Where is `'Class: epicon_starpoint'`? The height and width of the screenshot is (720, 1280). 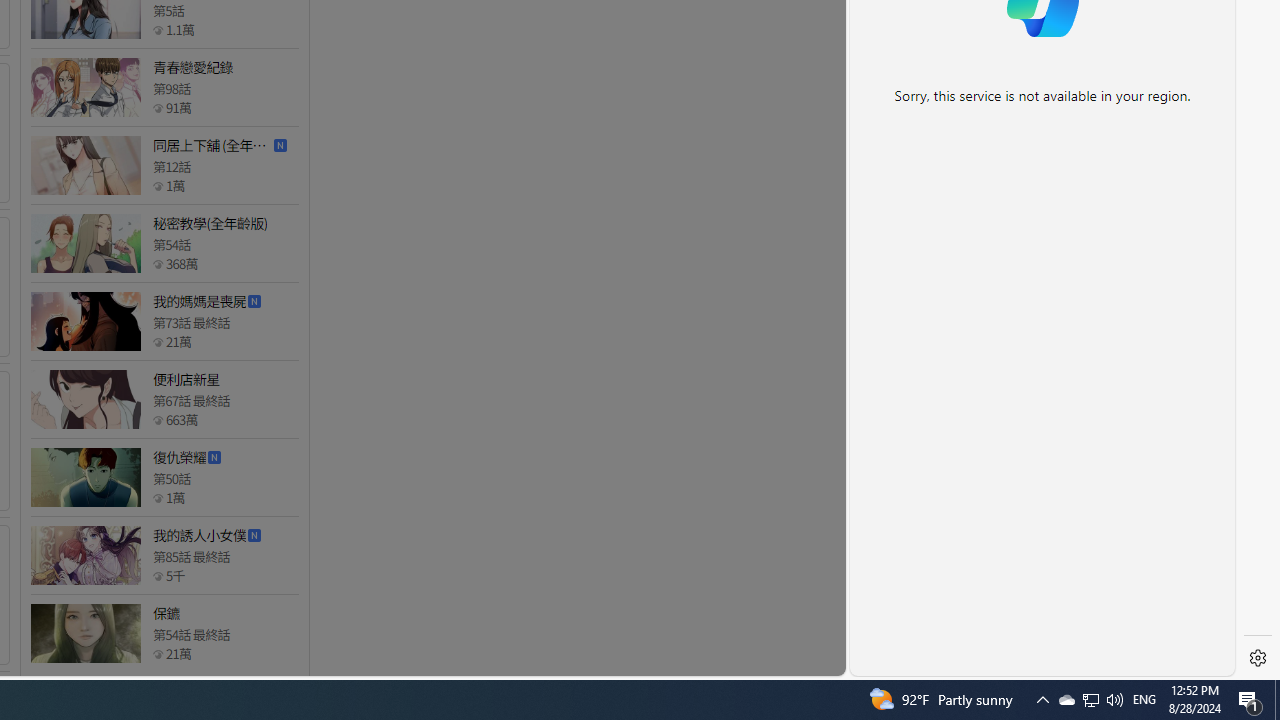
'Class: epicon_starpoint' is located at coordinates (157, 653).